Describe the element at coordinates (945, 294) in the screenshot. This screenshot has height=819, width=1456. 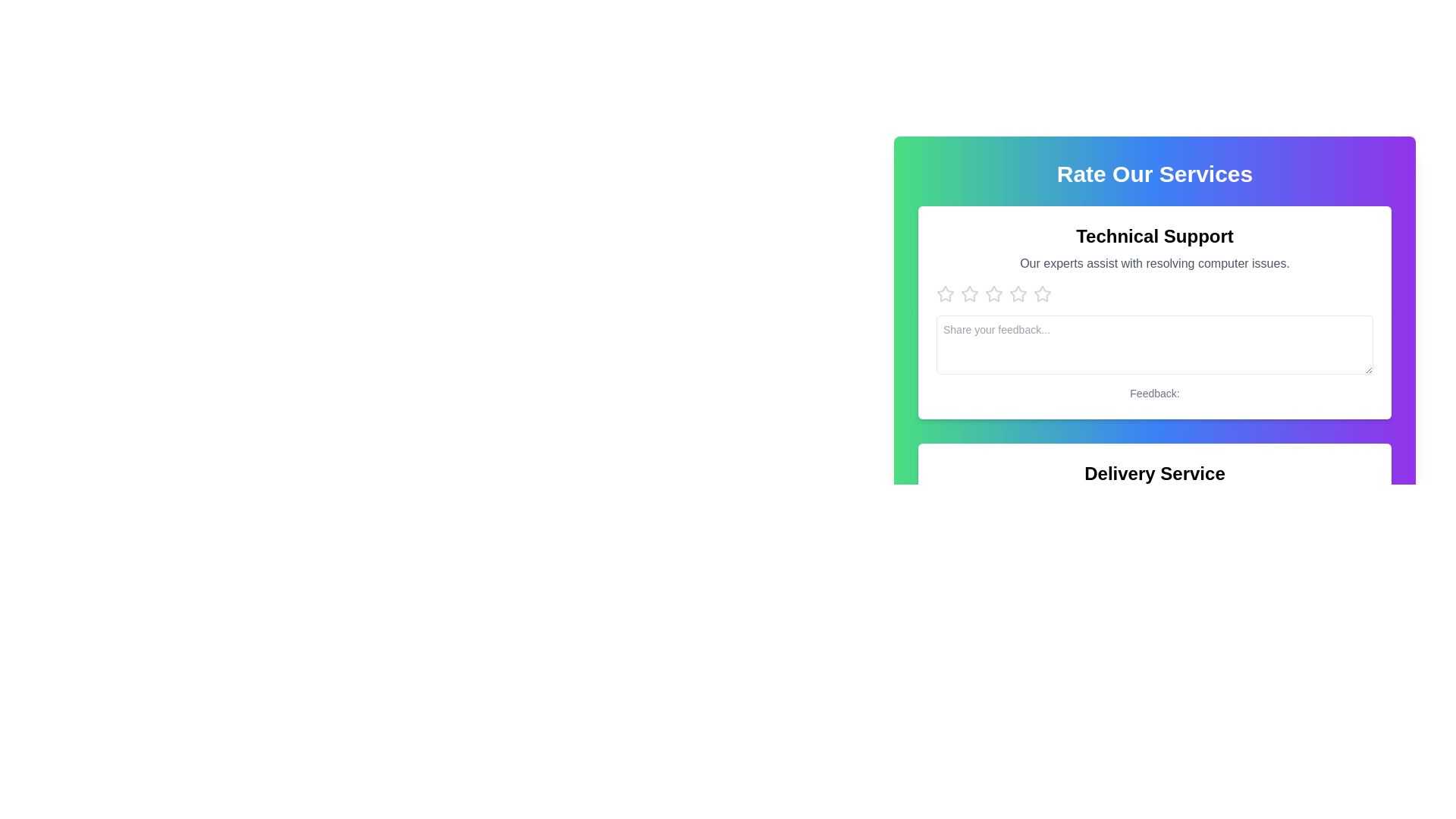
I see `the first star icon in the rating UI component for 'Technical Support'` at that location.